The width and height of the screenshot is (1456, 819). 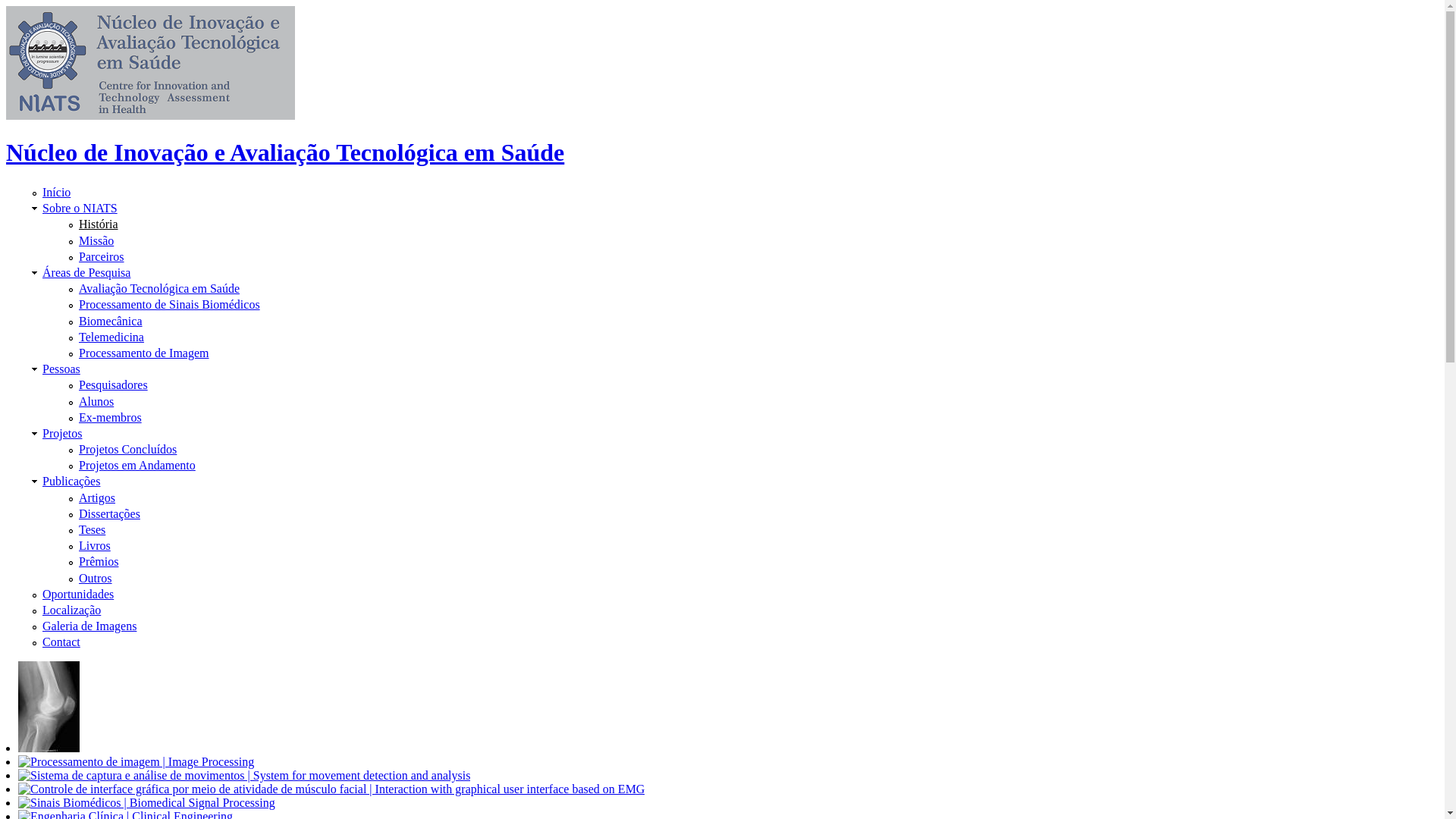 What do you see at coordinates (61, 642) in the screenshot?
I see `'Contact'` at bounding box center [61, 642].